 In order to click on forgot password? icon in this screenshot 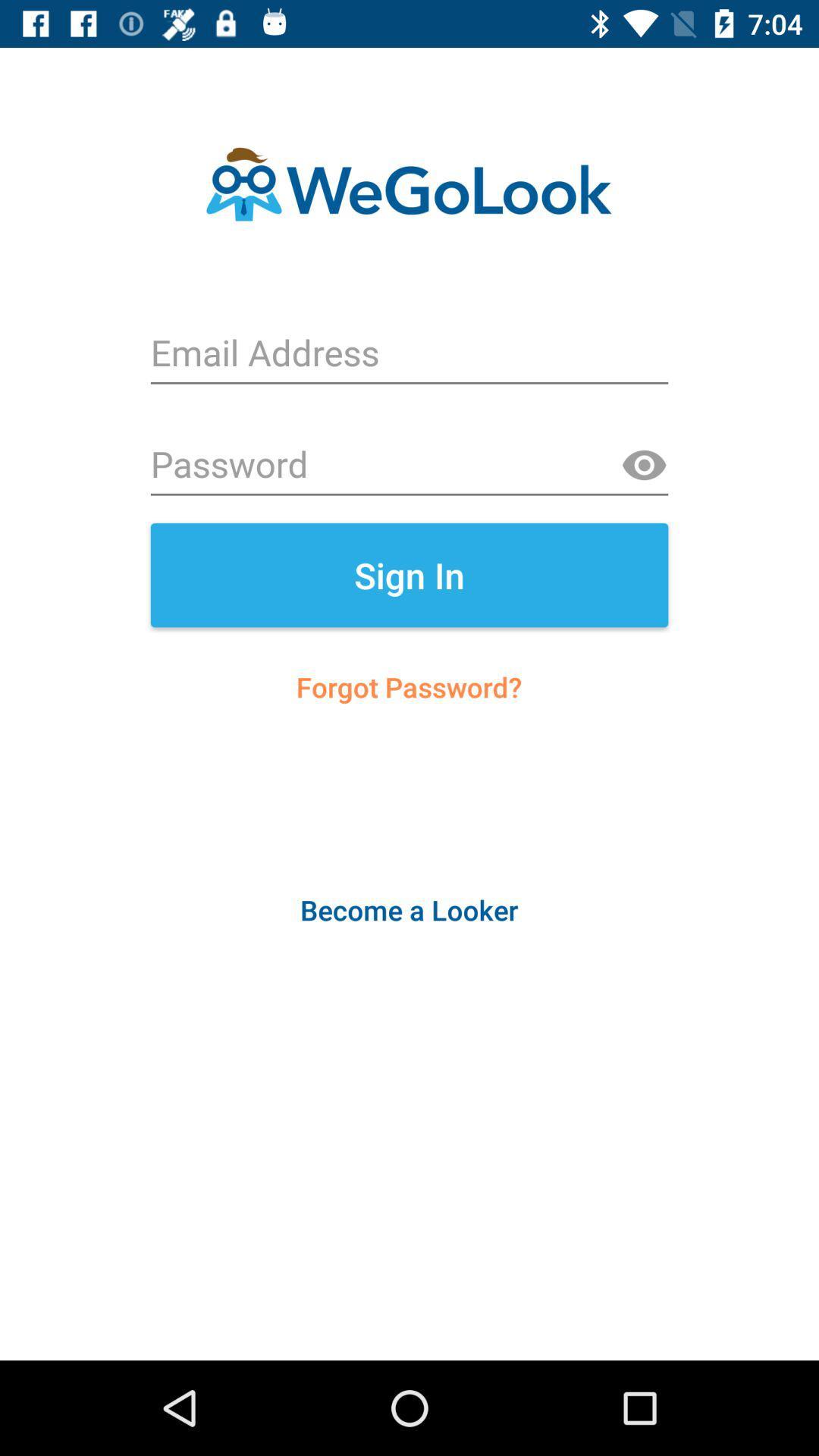, I will do `click(408, 686)`.